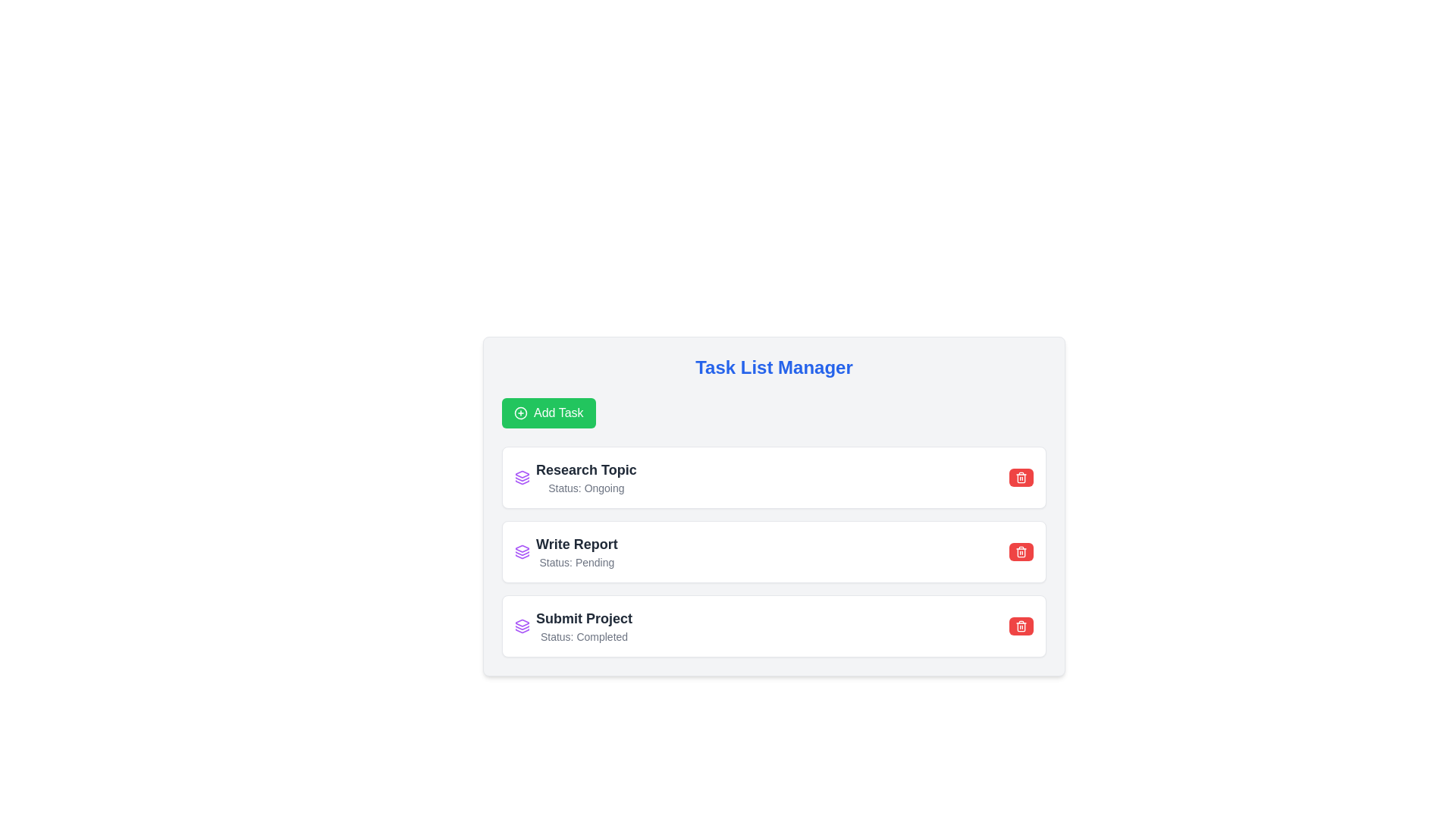 The image size is (1456, 819). What do you see at coordinates (1021, 552) in the screenshot?
I see `the trash bin icon located within the 'Write Report' section of the task list` at bounding box center [1021, 552].